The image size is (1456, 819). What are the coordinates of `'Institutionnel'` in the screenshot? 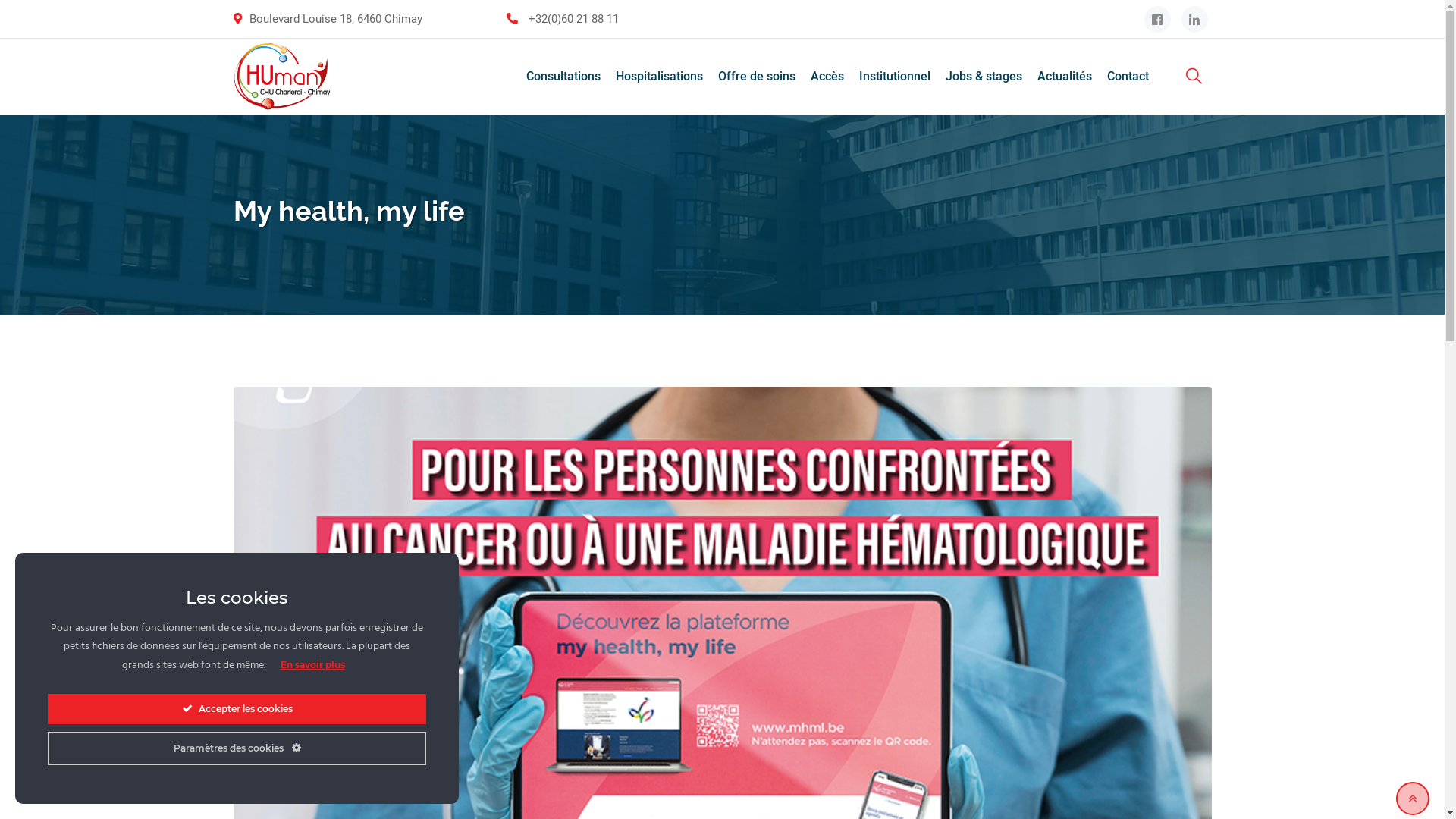 It's located at (894, 76).